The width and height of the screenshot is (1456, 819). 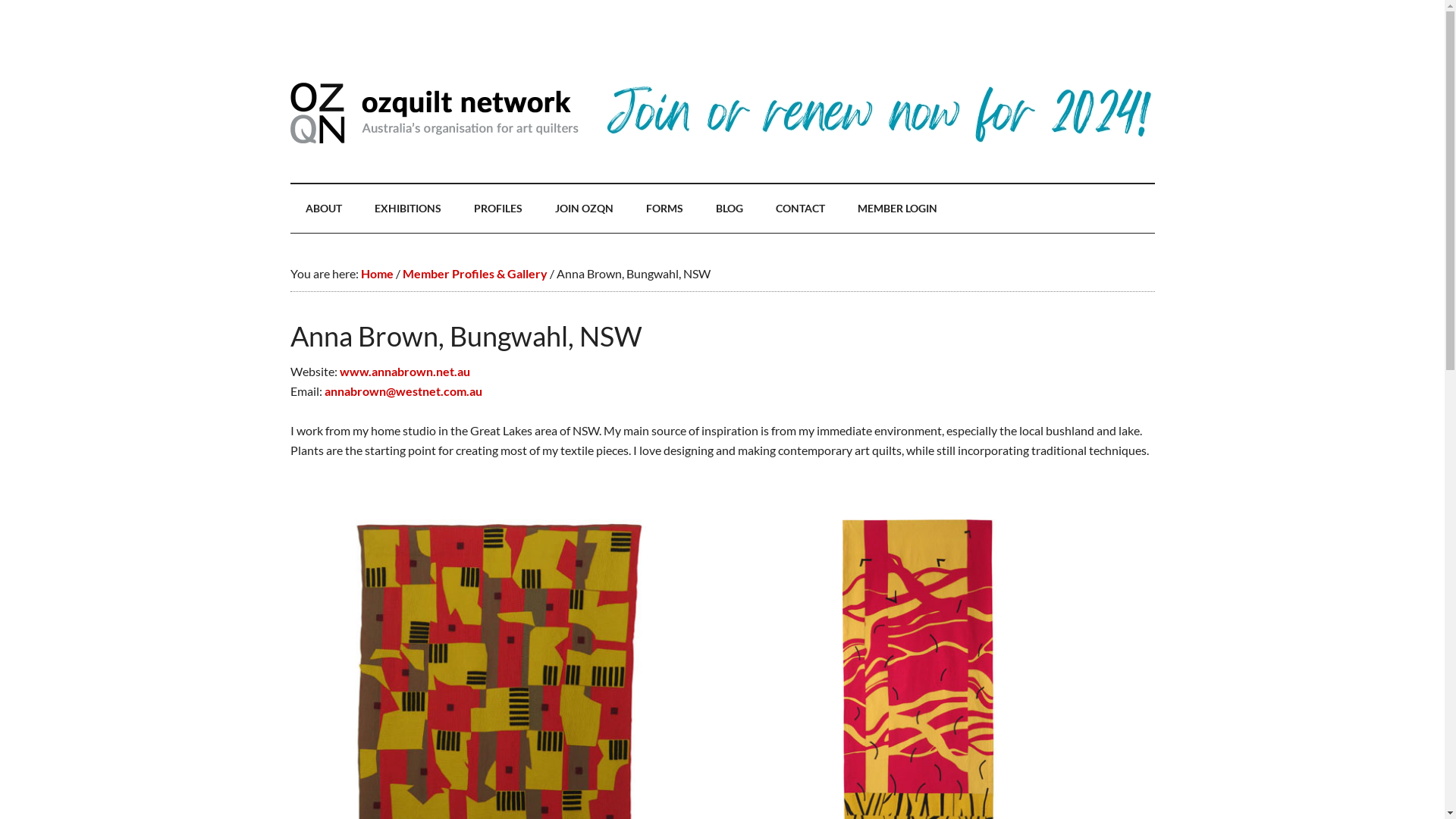 What do you see at coordinates (799, 208) in the screenshot?
I see `'CONTACT'` at bounding box center [799, 208].